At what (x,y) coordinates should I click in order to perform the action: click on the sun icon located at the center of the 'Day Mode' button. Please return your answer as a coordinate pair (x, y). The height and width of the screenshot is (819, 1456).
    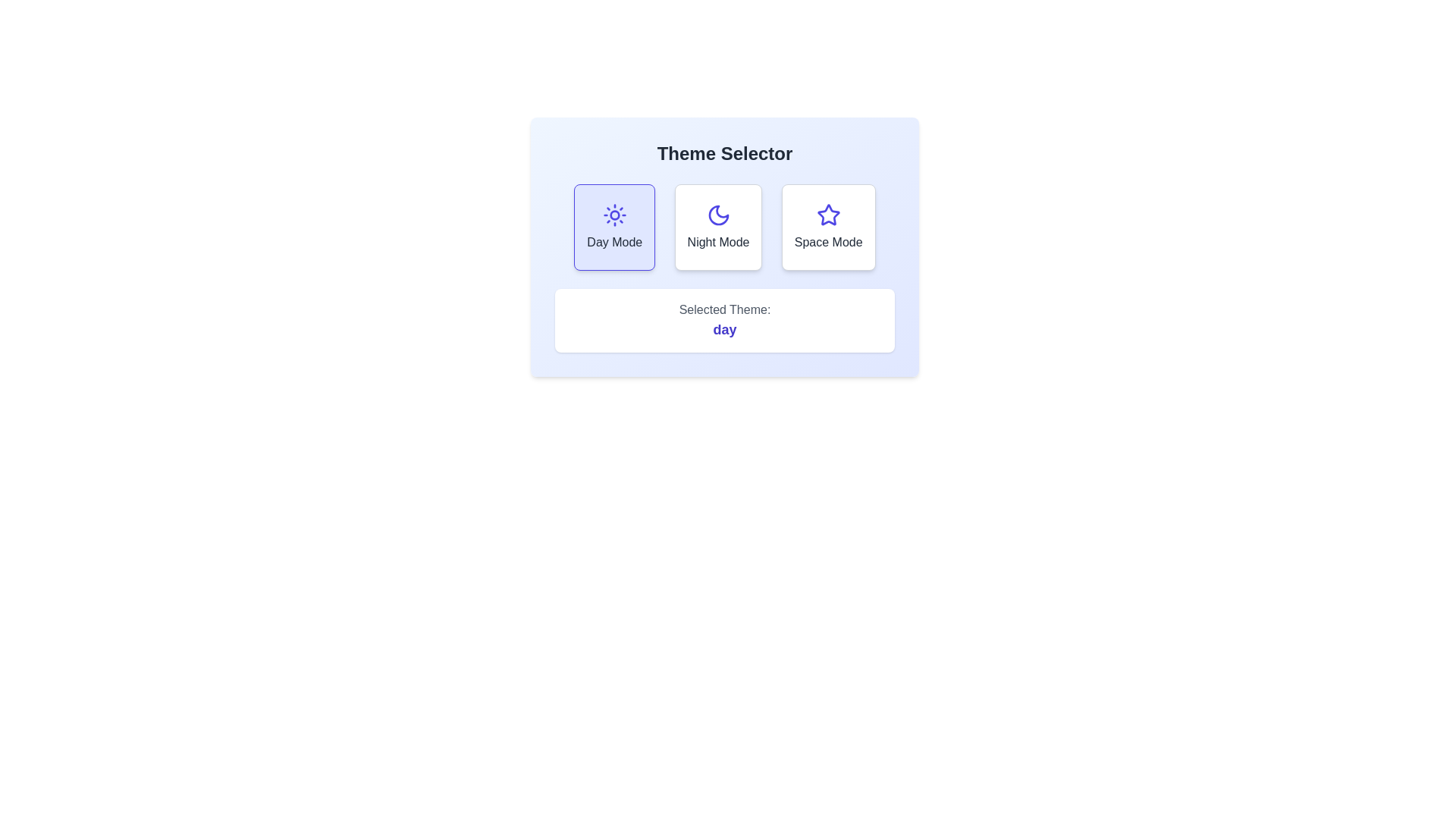
    Looking at the image, I should click on (614, 215).